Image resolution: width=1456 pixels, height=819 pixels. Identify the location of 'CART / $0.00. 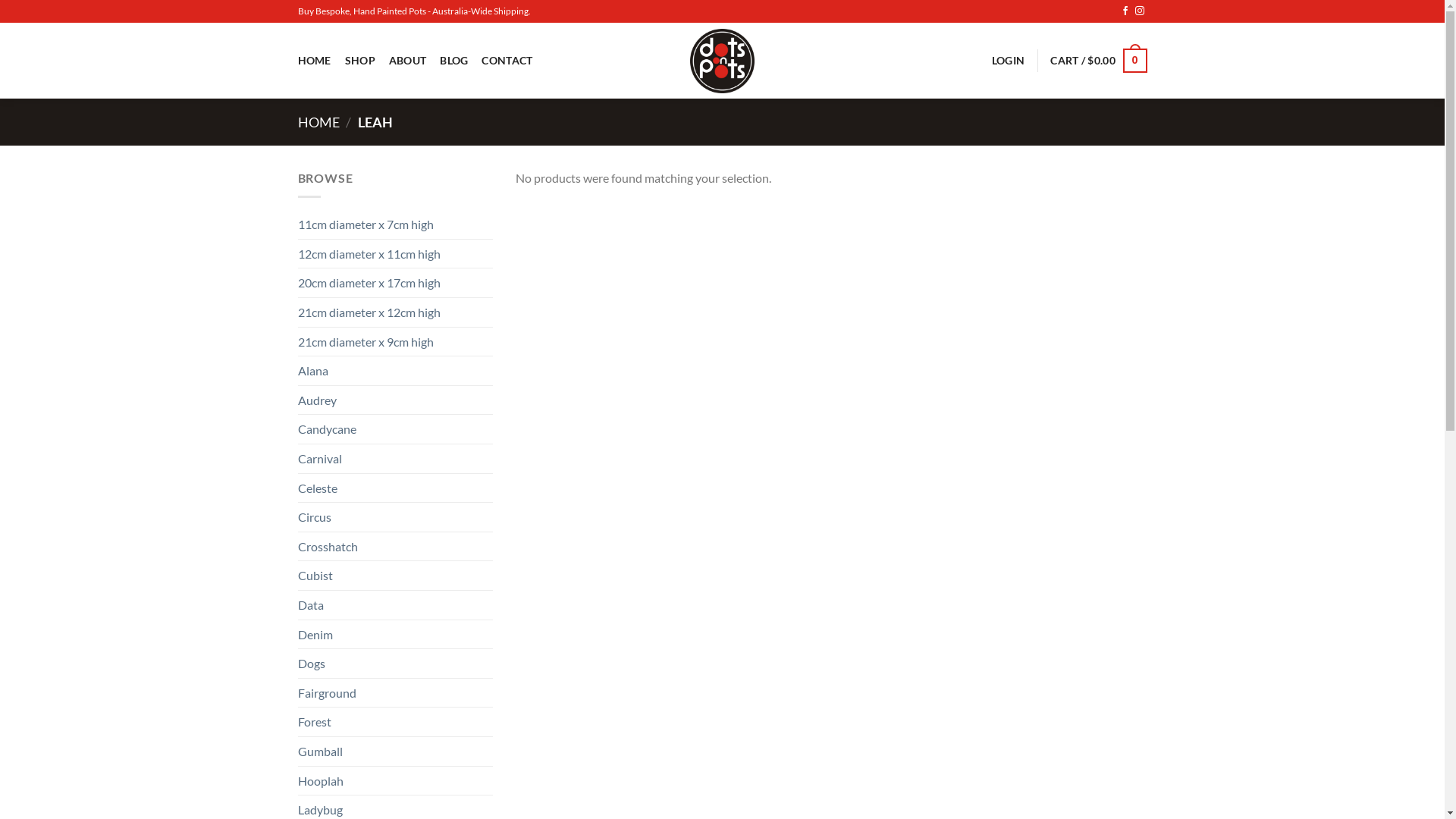
(1098, 60).